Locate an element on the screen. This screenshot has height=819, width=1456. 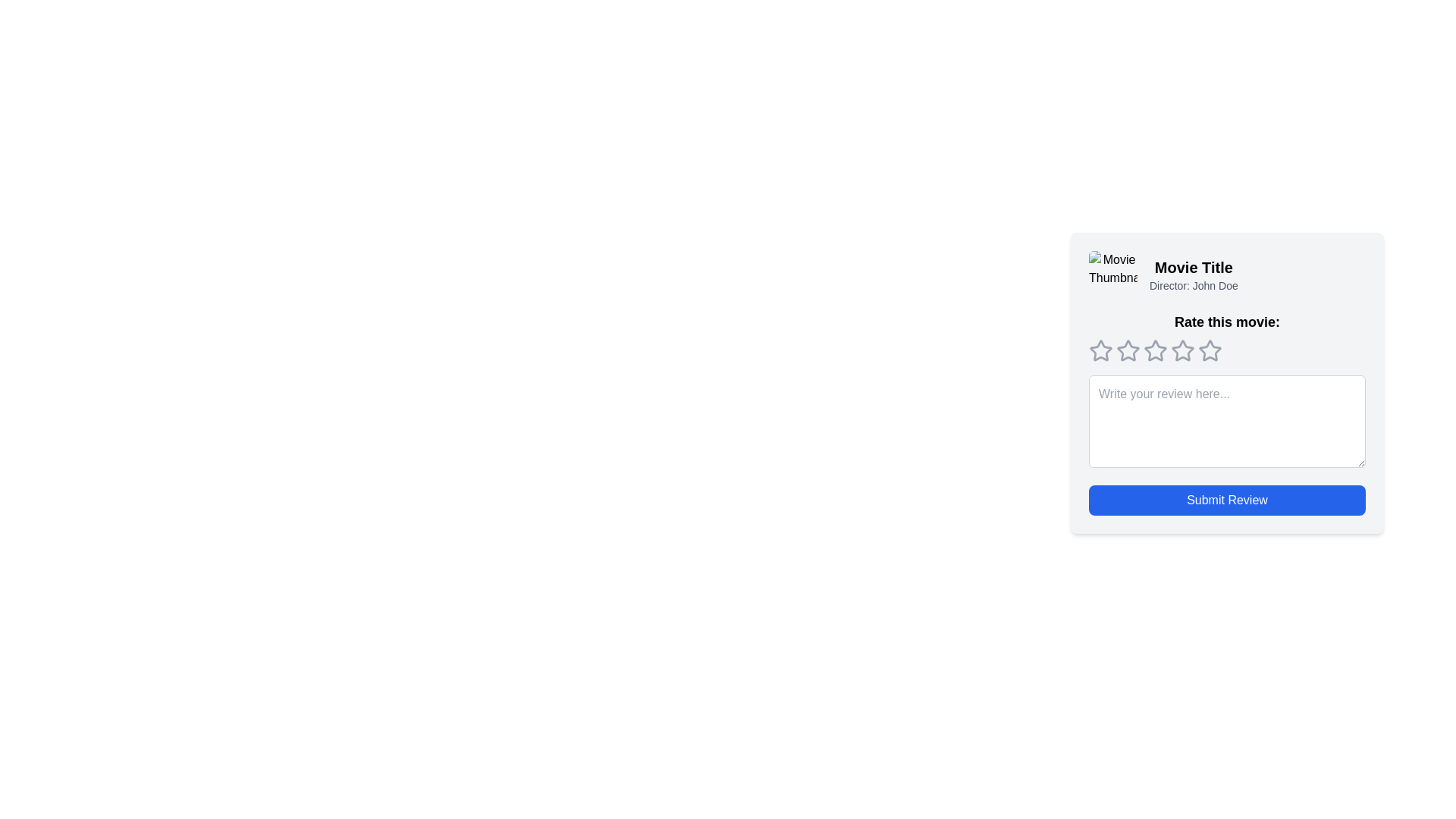
the second star in the row of five stars under the 'Rate this movie:' heading is located at coordinates (1128, 350).